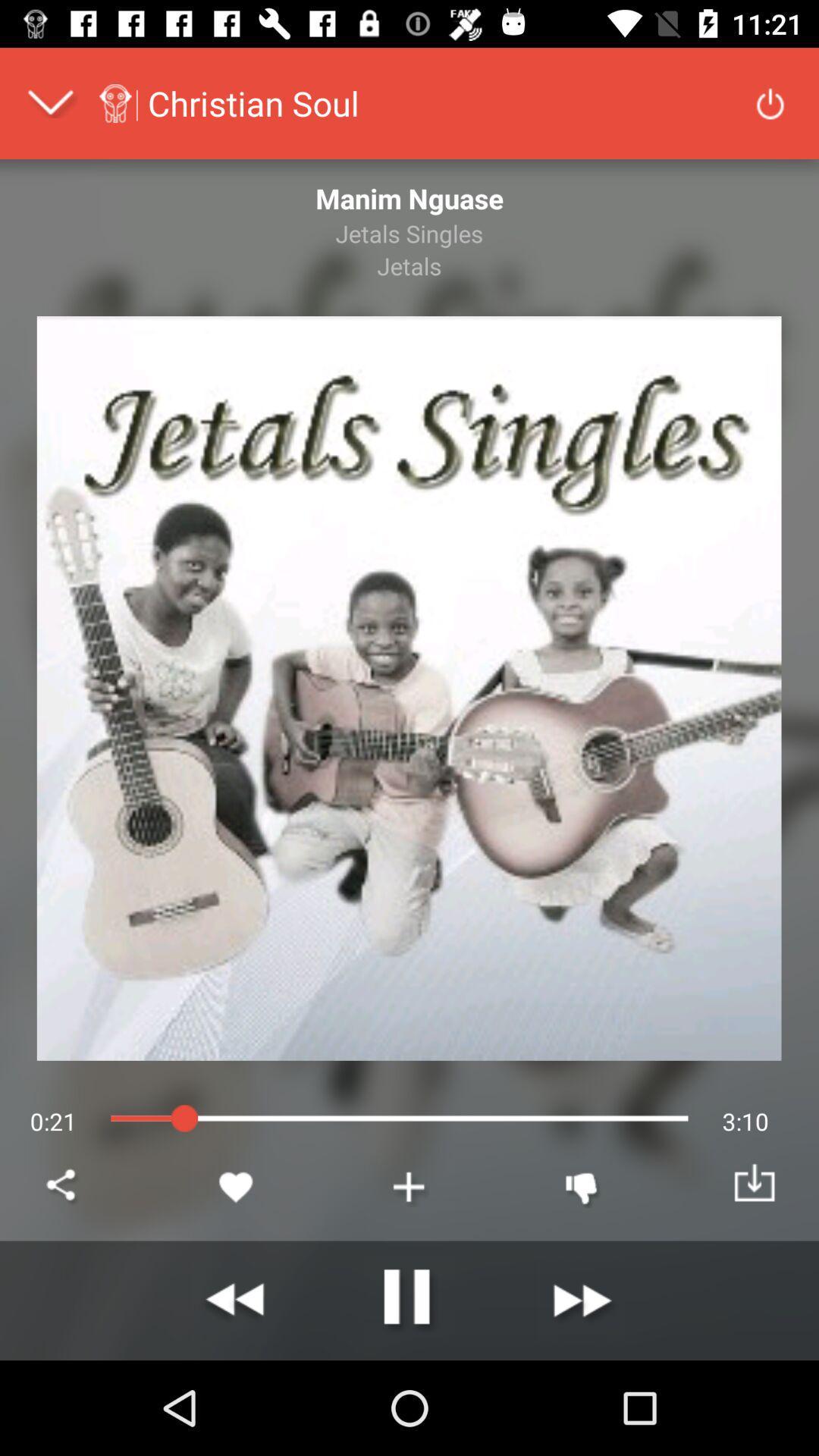 This screenshot has width=819, height=1456. What do you see at coordinates (63, 1186) in the screenshot?
I see `the share icon` at bounding box center [63, 1186].